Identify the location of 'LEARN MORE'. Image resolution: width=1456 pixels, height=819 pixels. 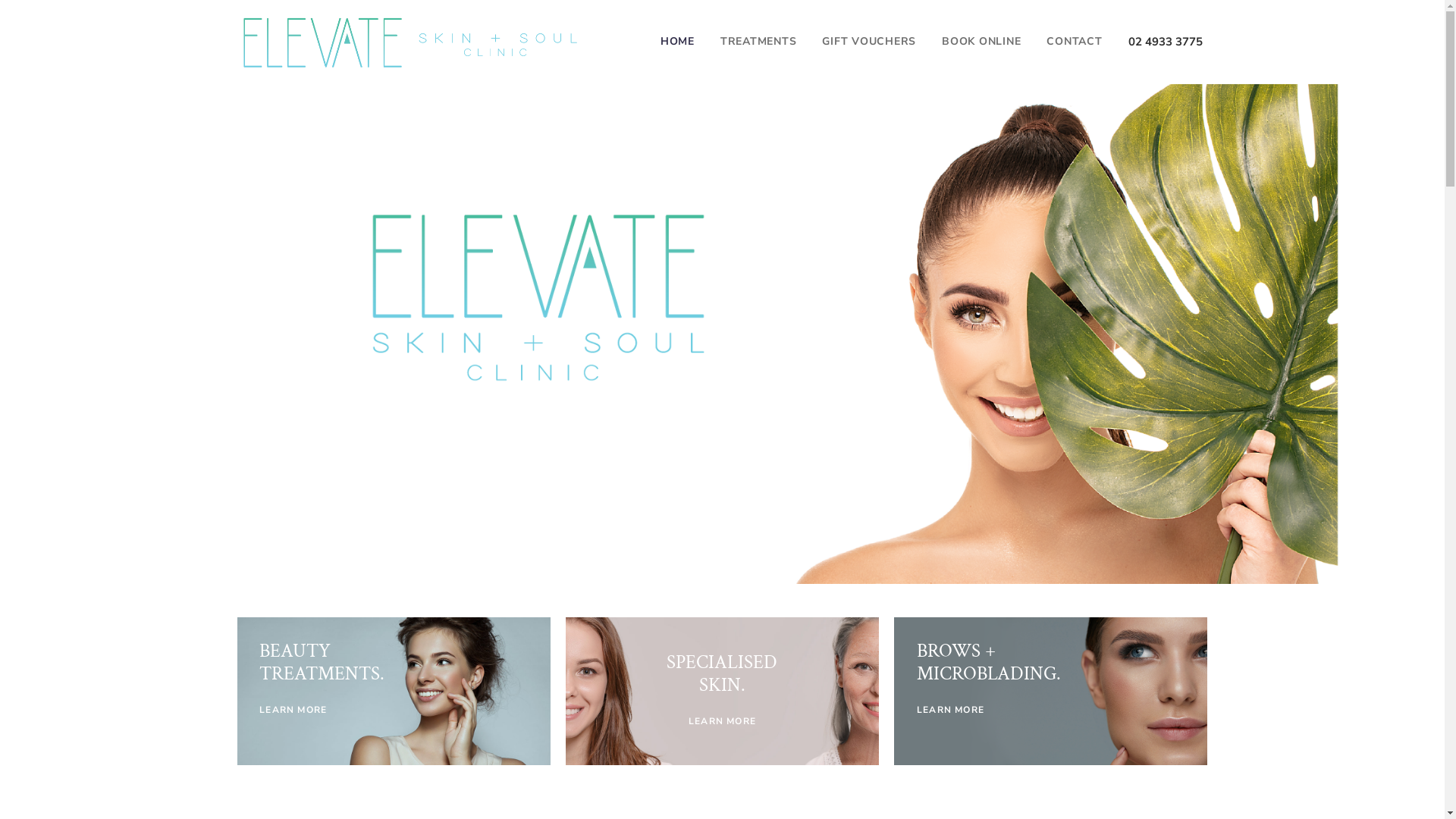
(721, 720).